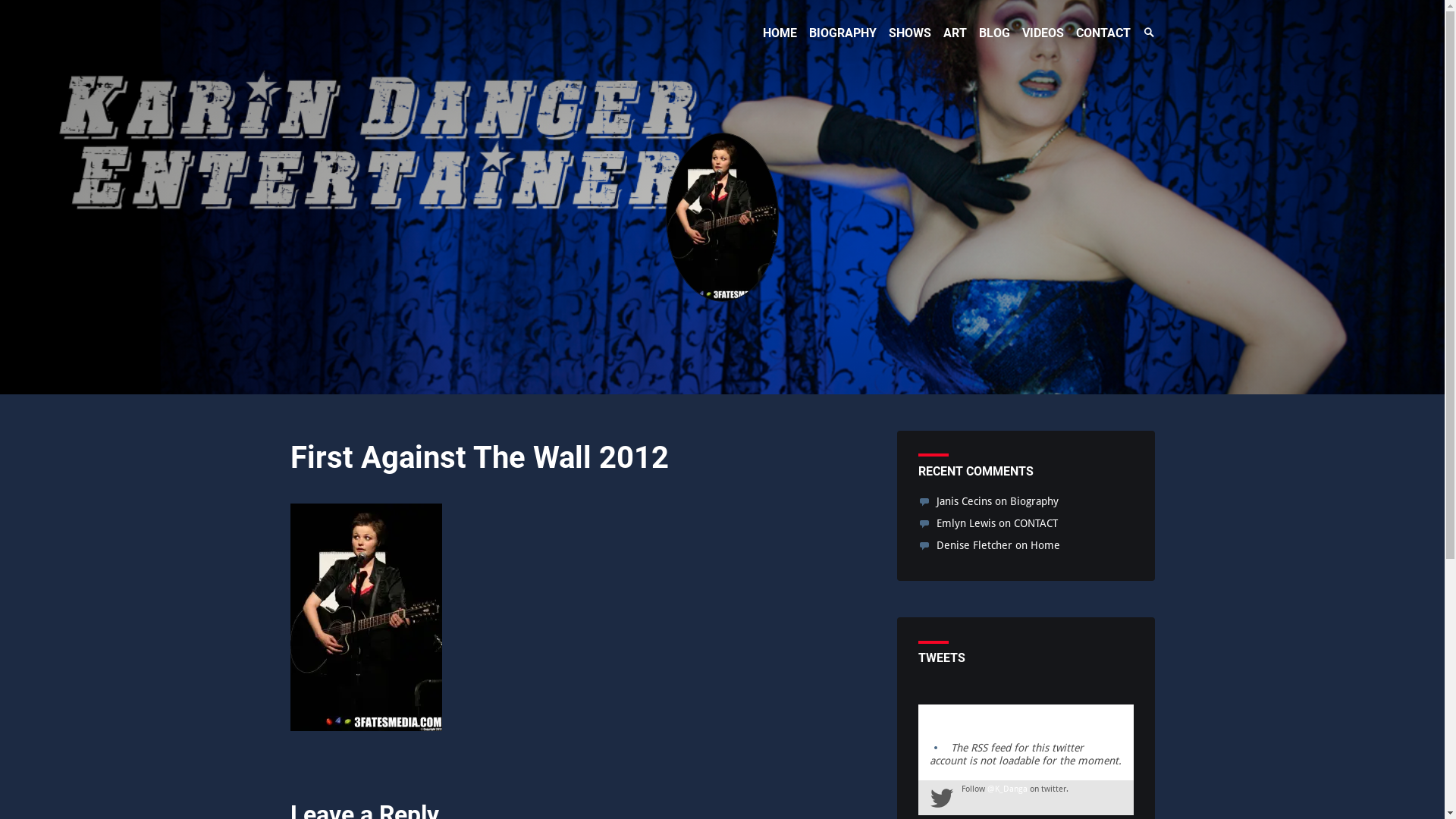 This screenshot has width=1456, height=819. Describe the element at coordinates (1042, 33) in the screenshot. I see `'VIDEOS'` at that location.